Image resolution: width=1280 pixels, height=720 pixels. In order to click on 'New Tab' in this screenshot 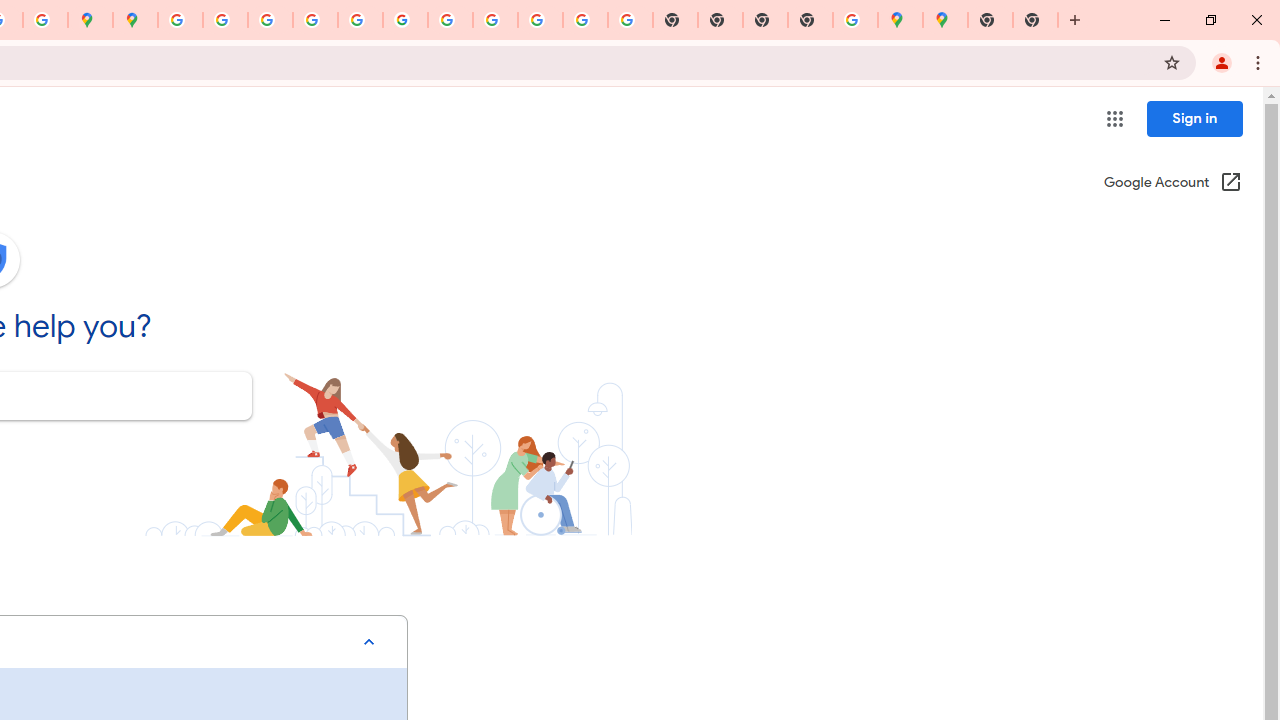, I will do `click(1035, 20)`.